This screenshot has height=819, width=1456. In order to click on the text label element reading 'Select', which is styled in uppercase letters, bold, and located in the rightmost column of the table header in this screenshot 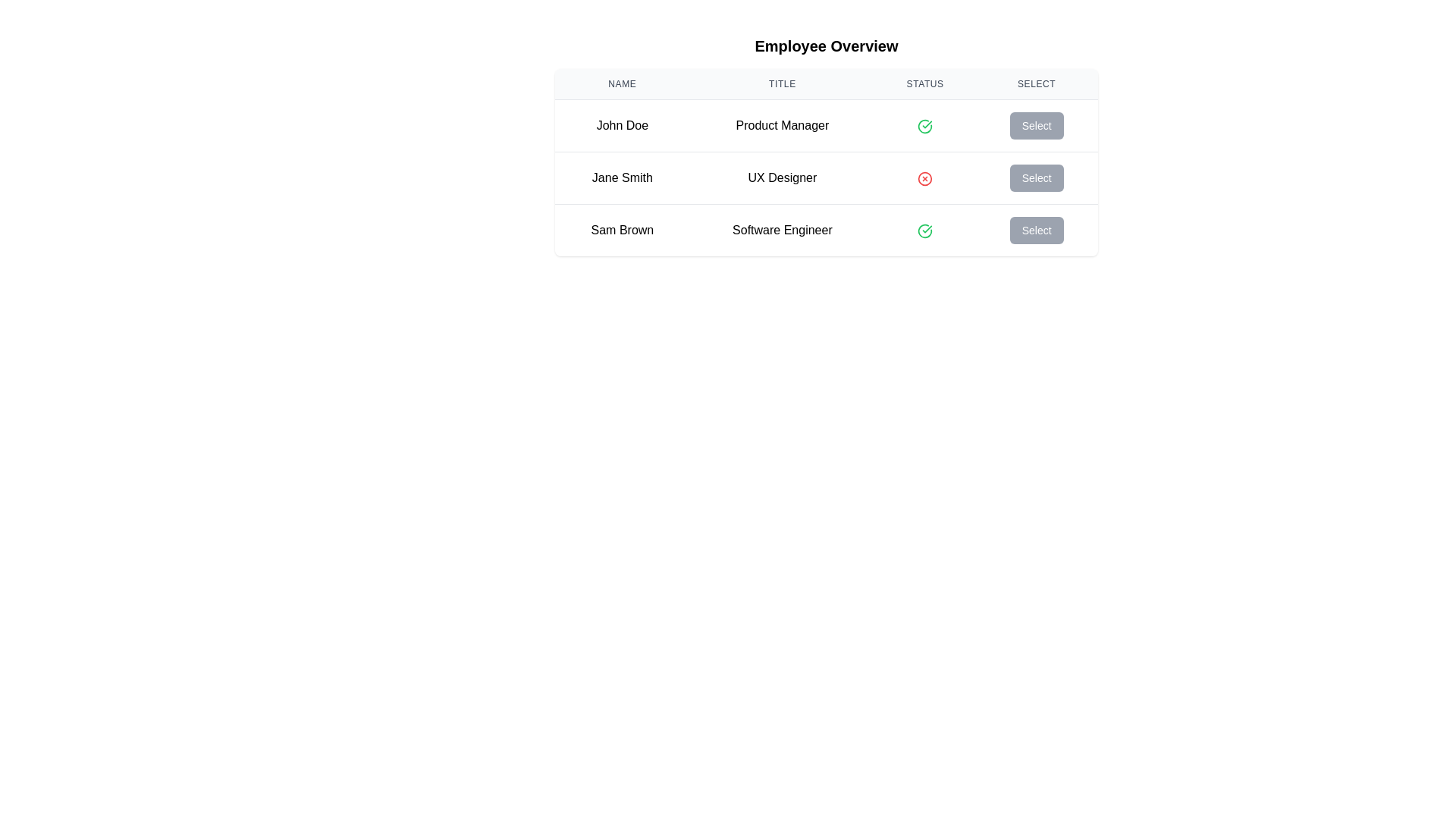, I will do `click(1036, 84)`.